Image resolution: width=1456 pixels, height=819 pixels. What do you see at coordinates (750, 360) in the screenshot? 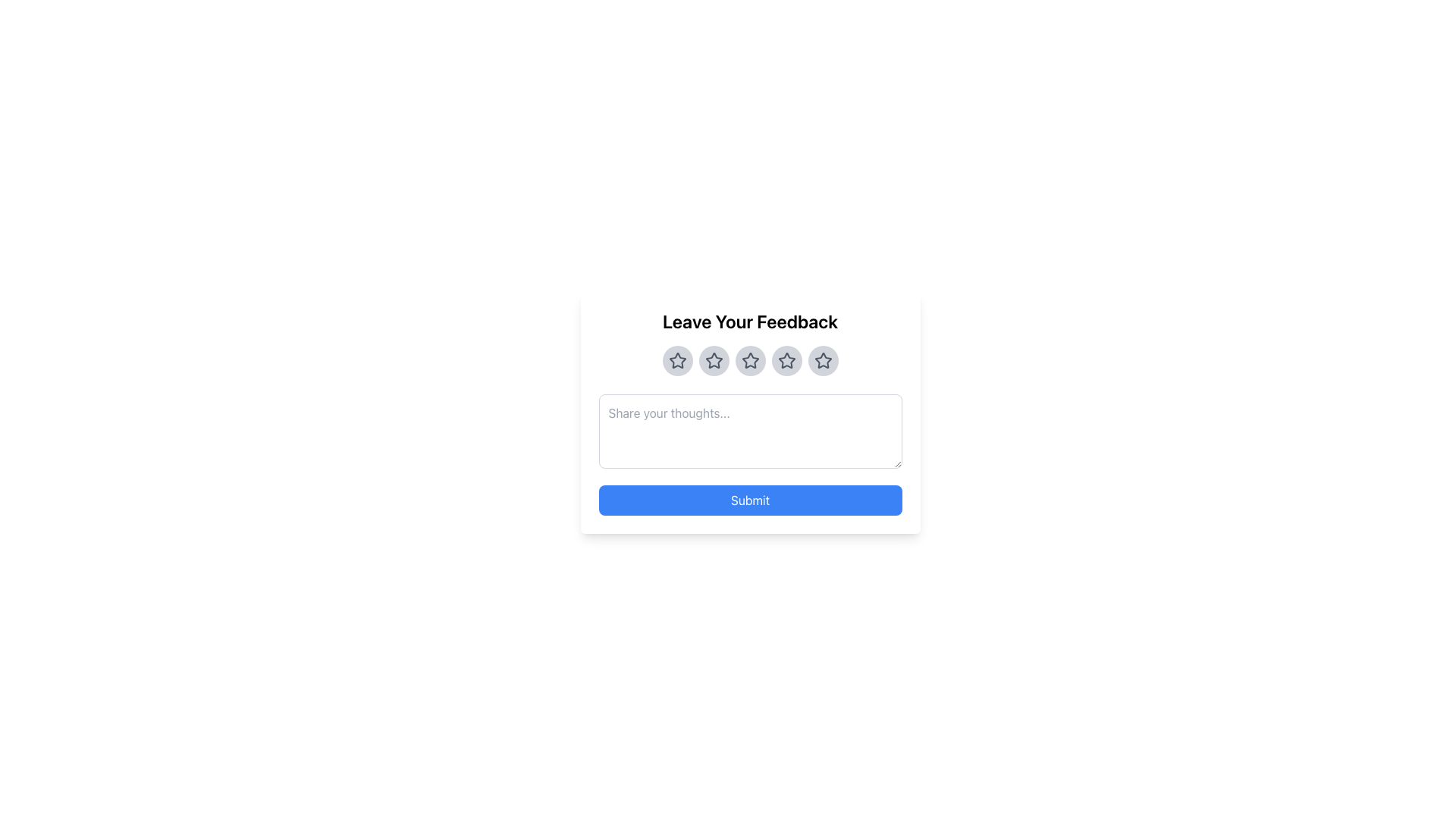
I see `the circular button containing the star icon` at bounding box center [750, 360].